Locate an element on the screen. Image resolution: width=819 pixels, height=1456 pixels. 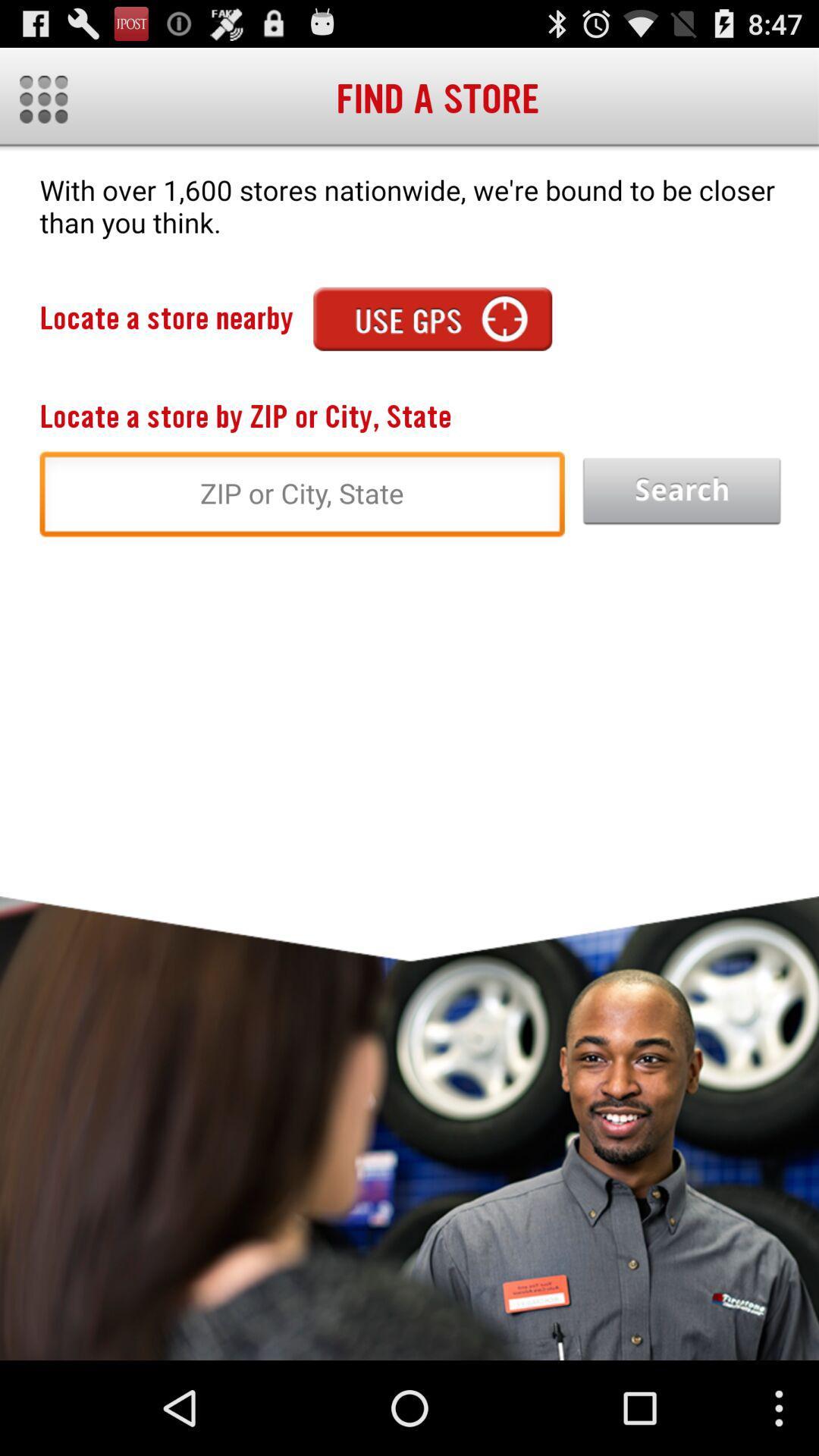
zip or city state is located at coordinates (302, 498).